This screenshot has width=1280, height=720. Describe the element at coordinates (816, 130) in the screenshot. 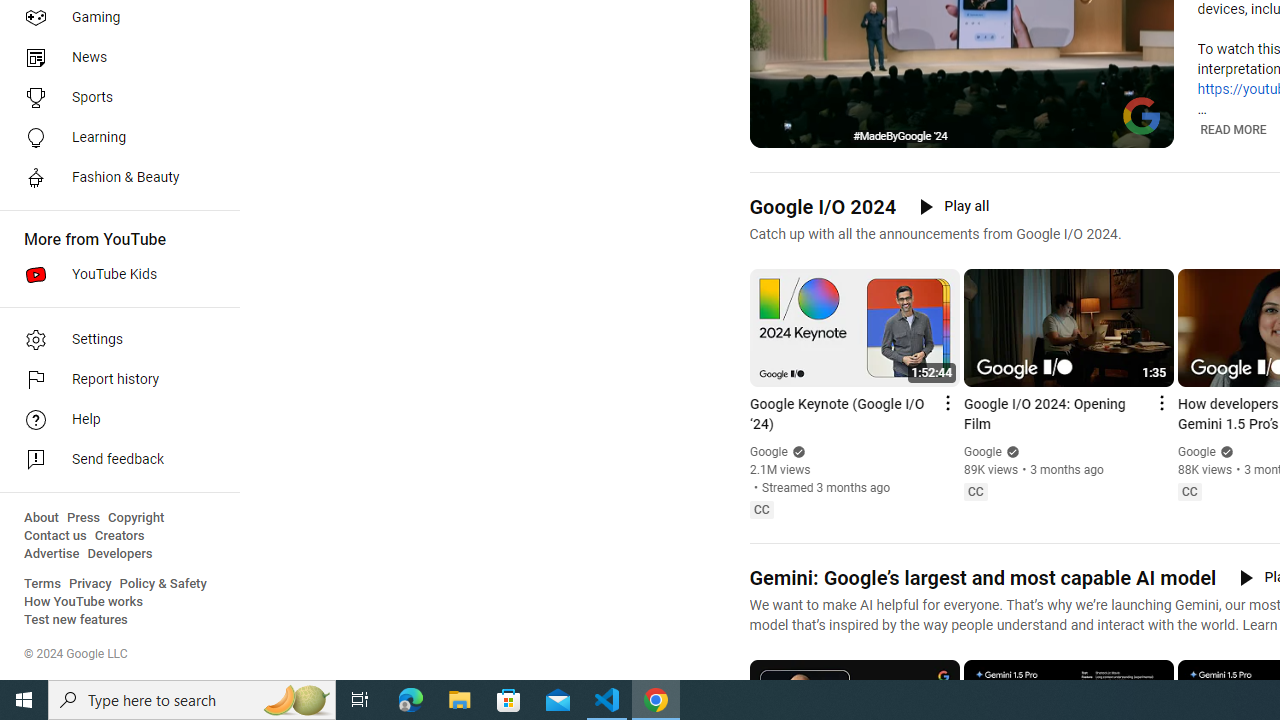

I see `'Mute (m)'` at that location.